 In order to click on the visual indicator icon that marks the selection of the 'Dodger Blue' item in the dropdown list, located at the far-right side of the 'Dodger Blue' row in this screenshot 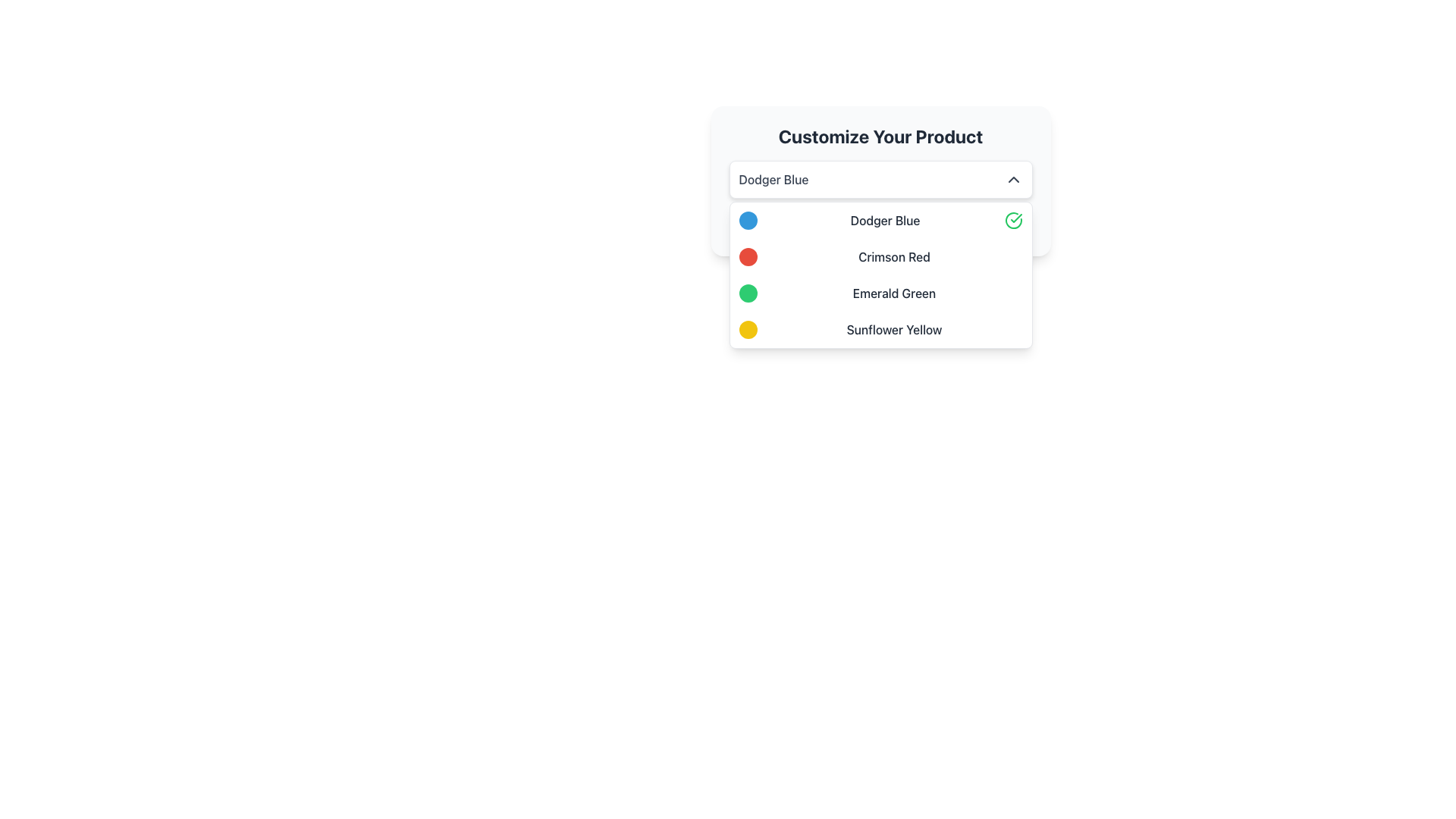, I will do `click(1013, 220)`.